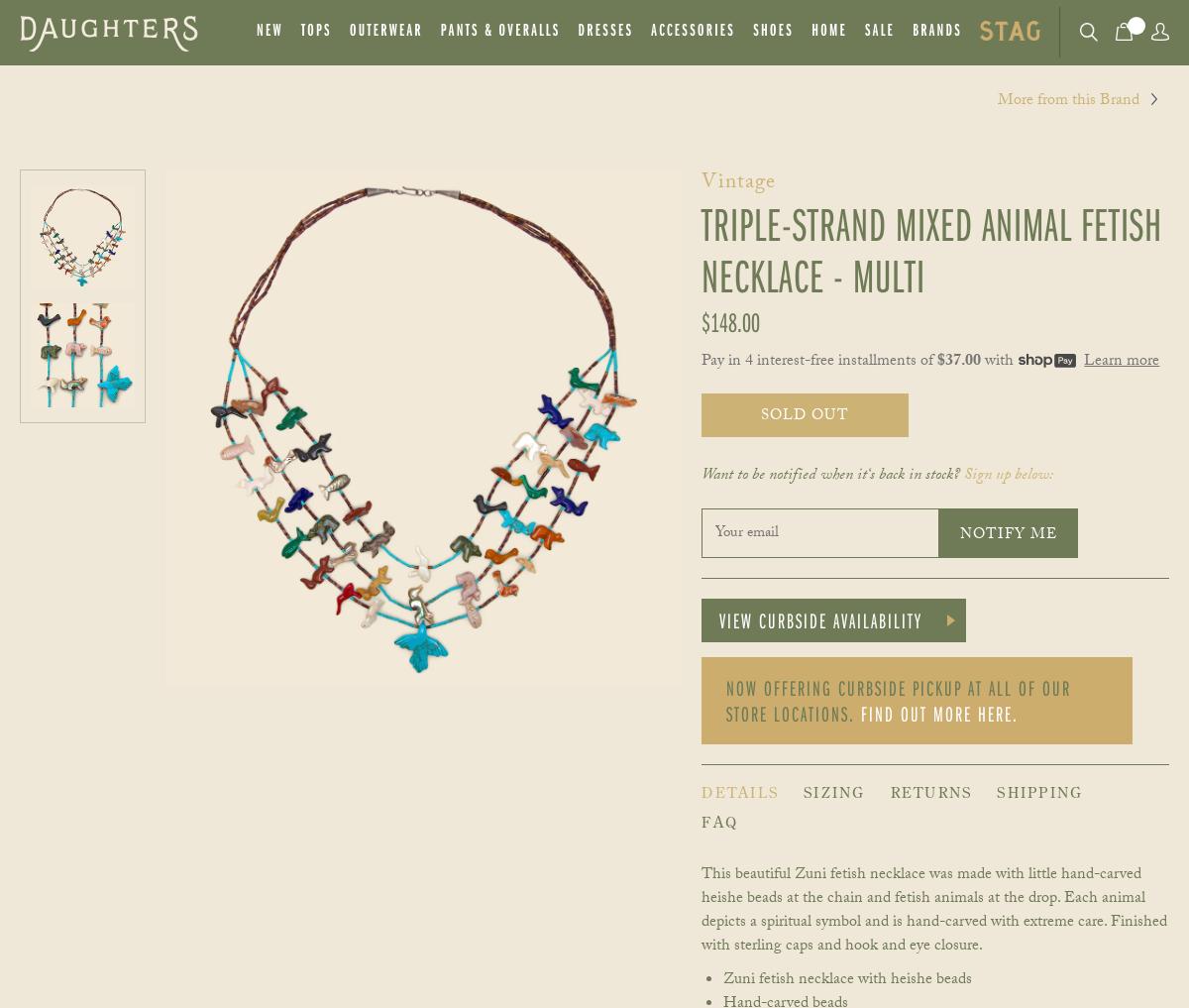 This screenshot has width=1189, height=1008. I want to click on 'Go to checkout, fill out your shipping information, and then choose Klarna as a payment method.', so click(600, 983).